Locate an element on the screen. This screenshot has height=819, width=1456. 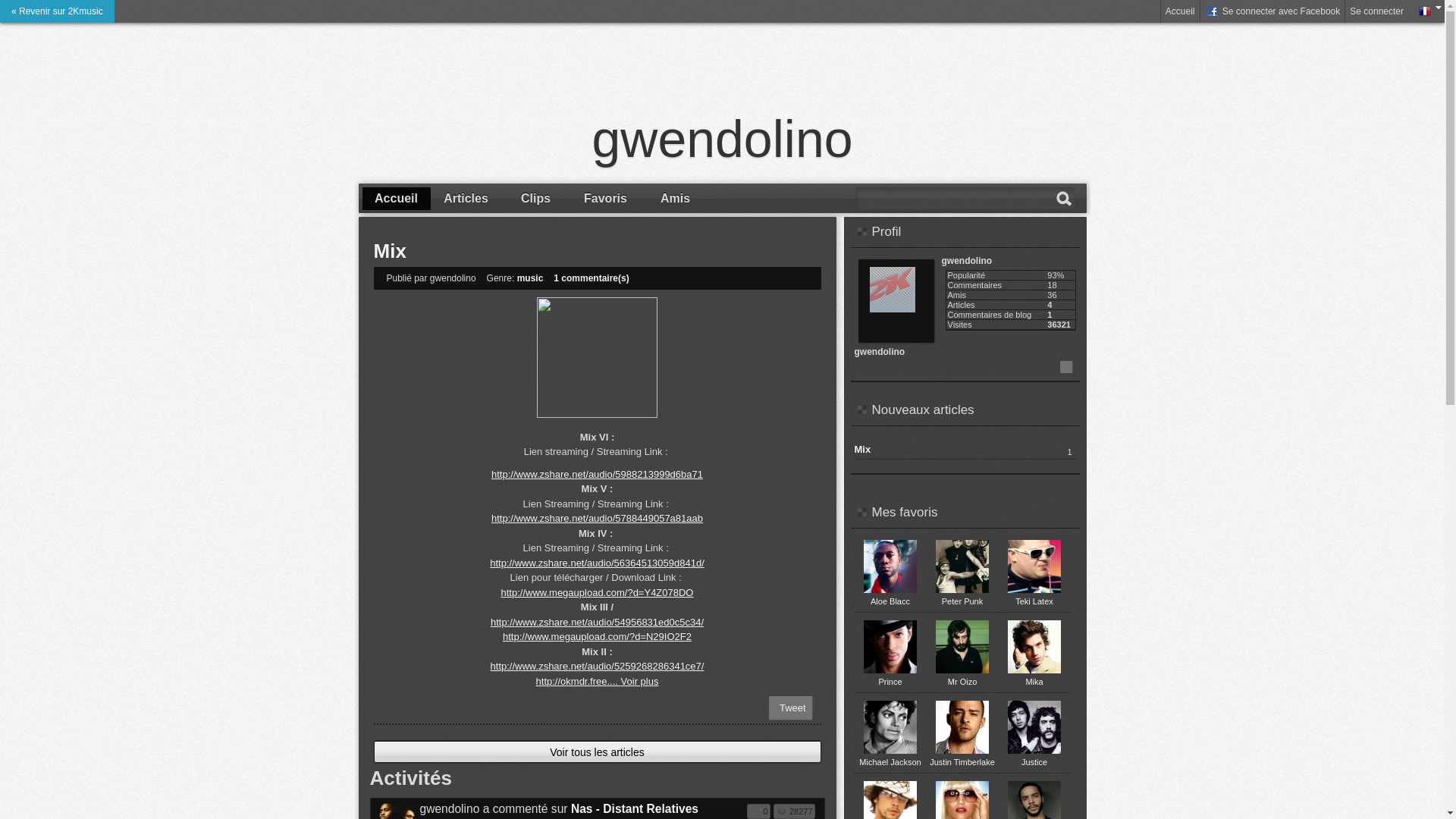
' Se connecter avec Facebook' is located at coordinates (1272, 11).